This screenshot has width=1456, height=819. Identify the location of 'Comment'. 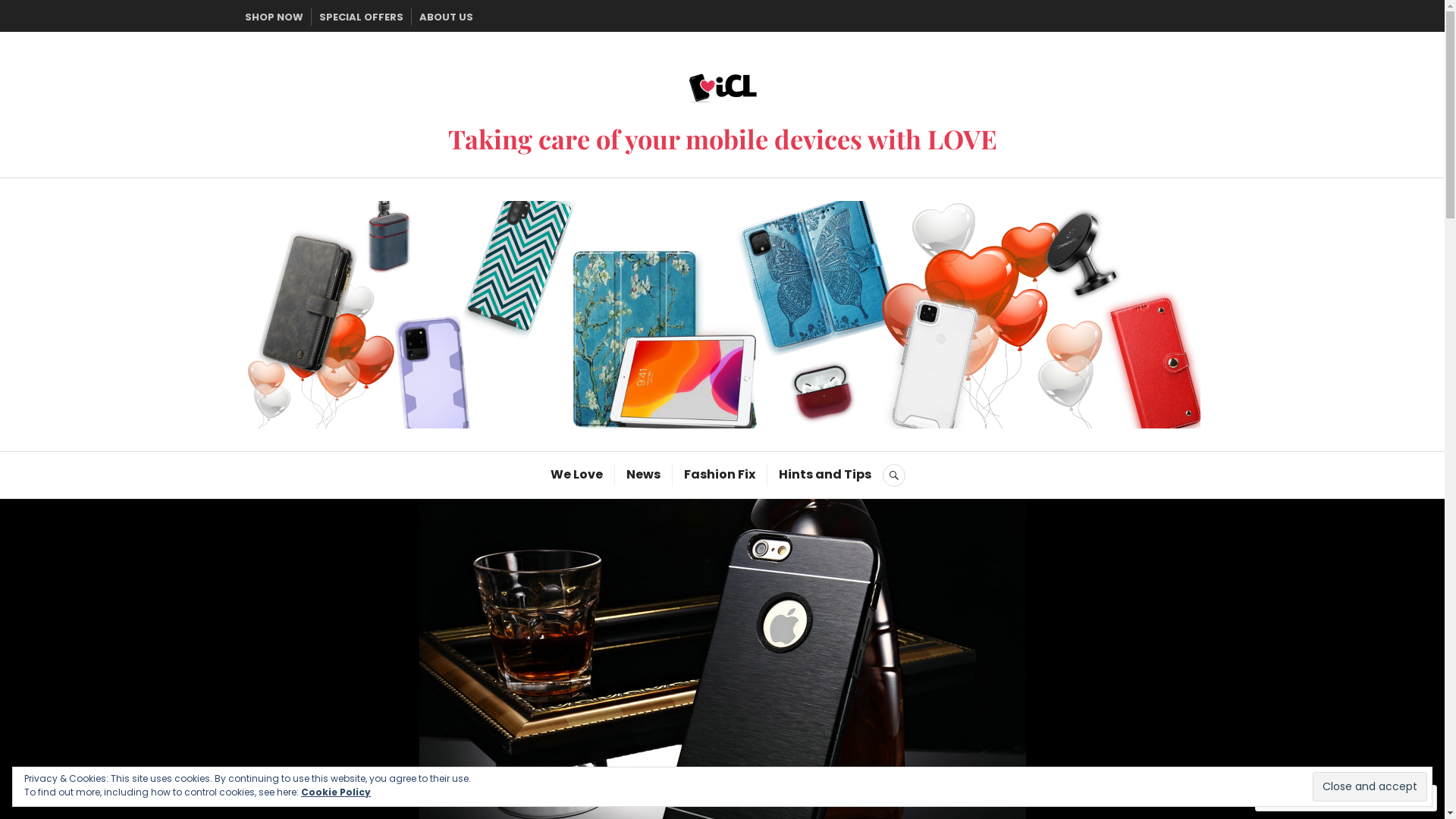
(1295, 797).